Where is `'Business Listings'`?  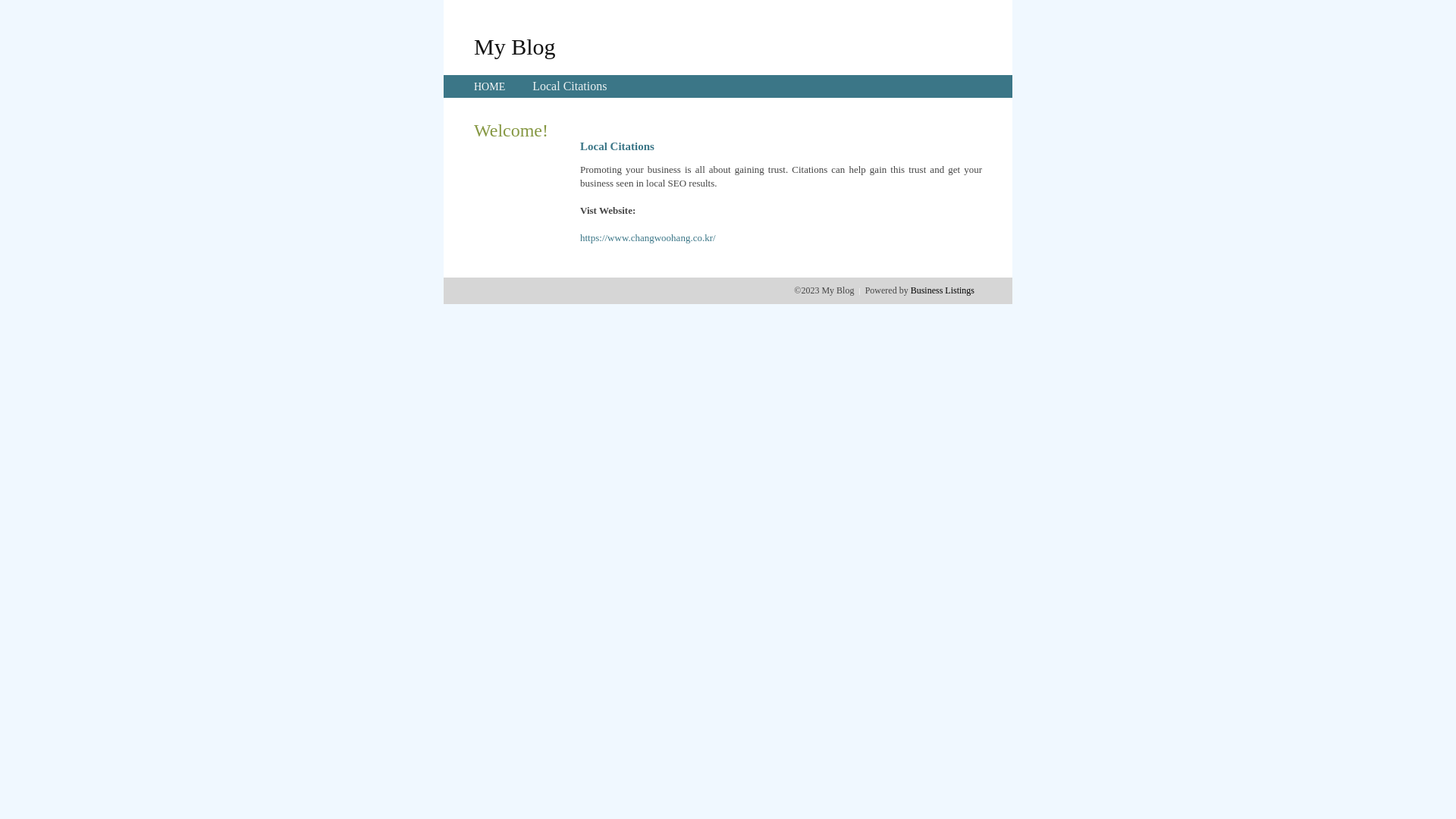 'Business Listings' is located at coordinates (942, 290).